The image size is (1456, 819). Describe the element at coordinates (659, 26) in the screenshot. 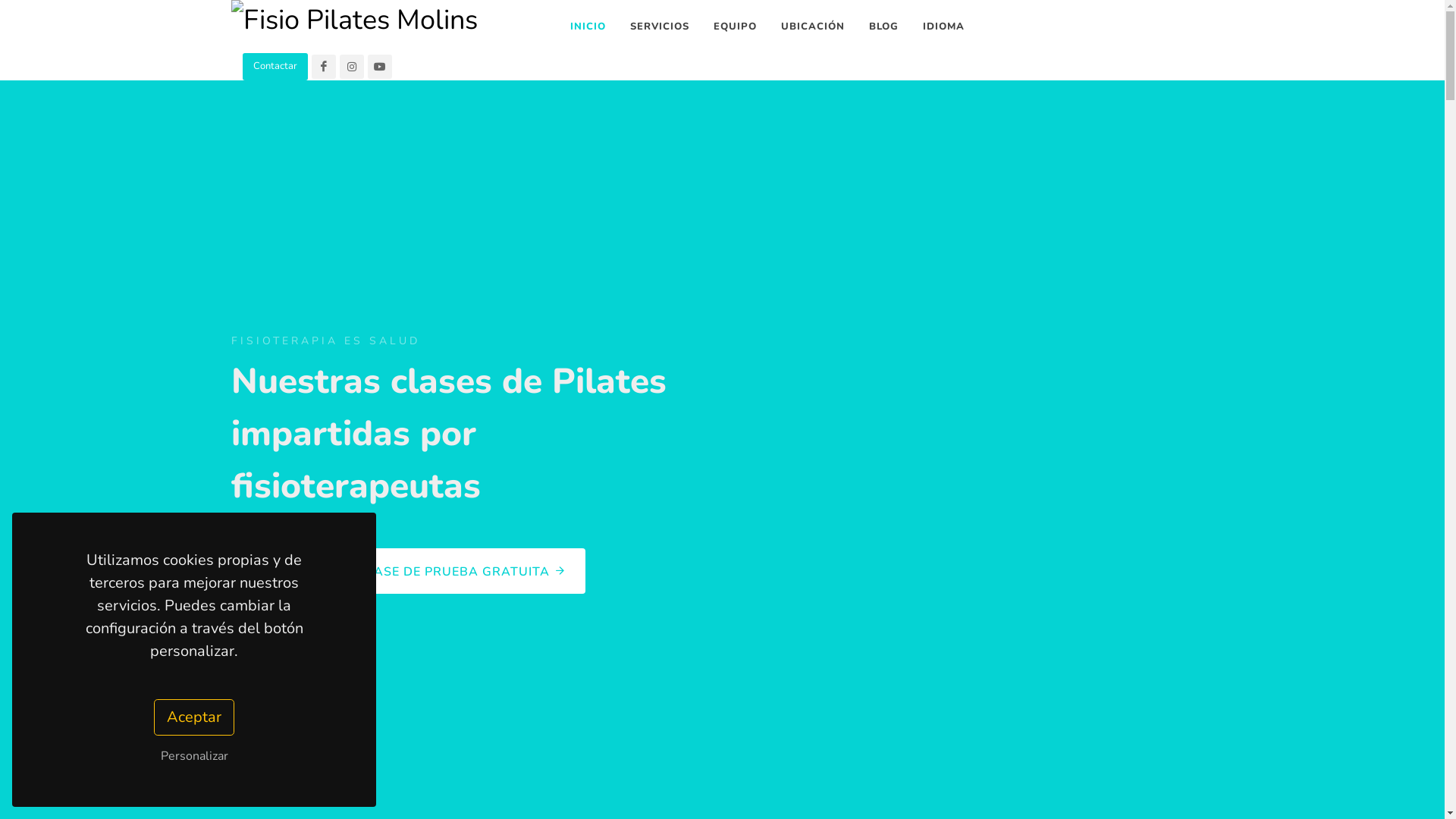

I see `'SERVICIOS'` at that location.